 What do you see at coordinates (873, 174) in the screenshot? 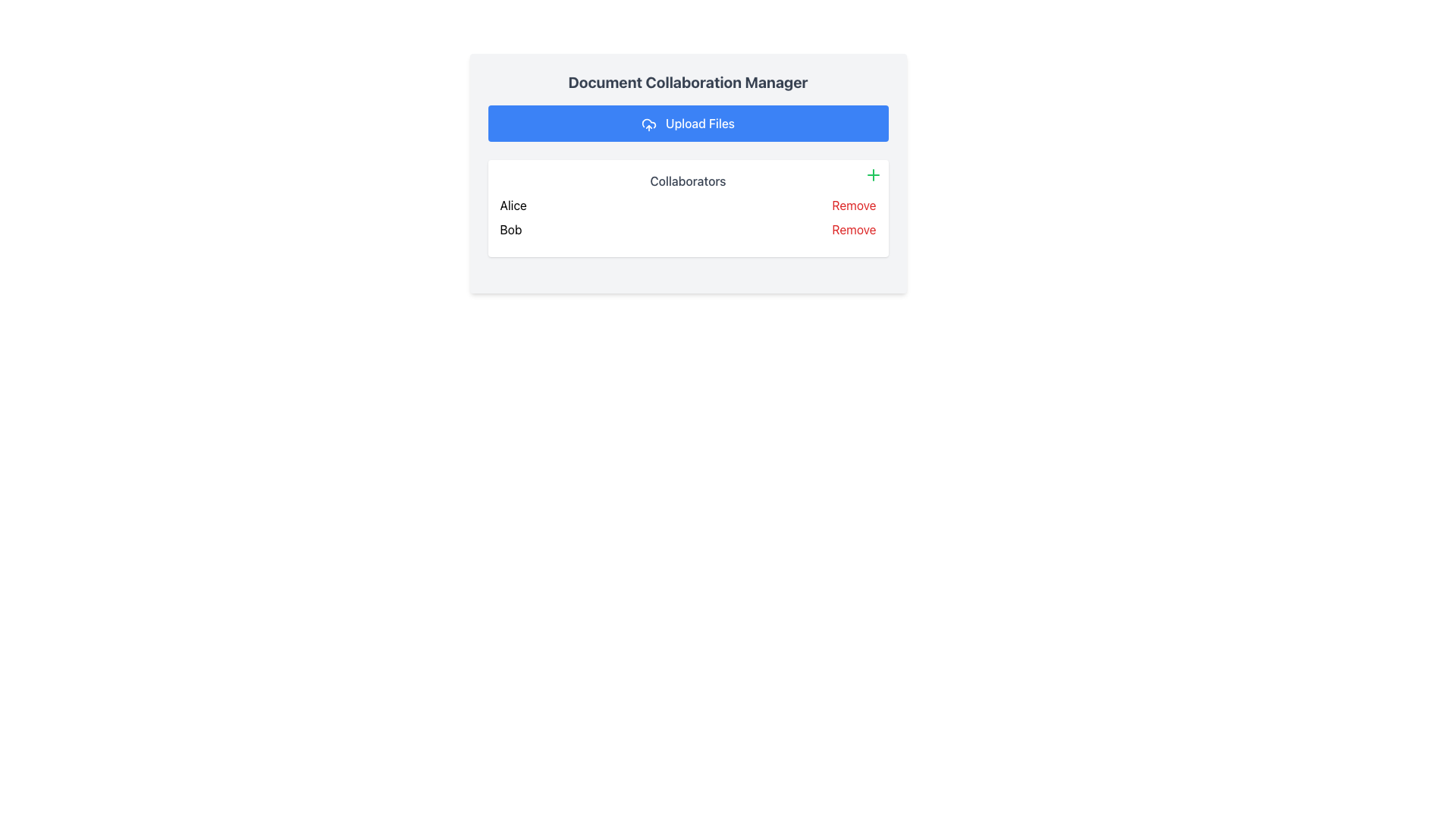
I see `the interactive button in the top-right corner of the 'Collaborators' section` at bounding box center [873, 174].